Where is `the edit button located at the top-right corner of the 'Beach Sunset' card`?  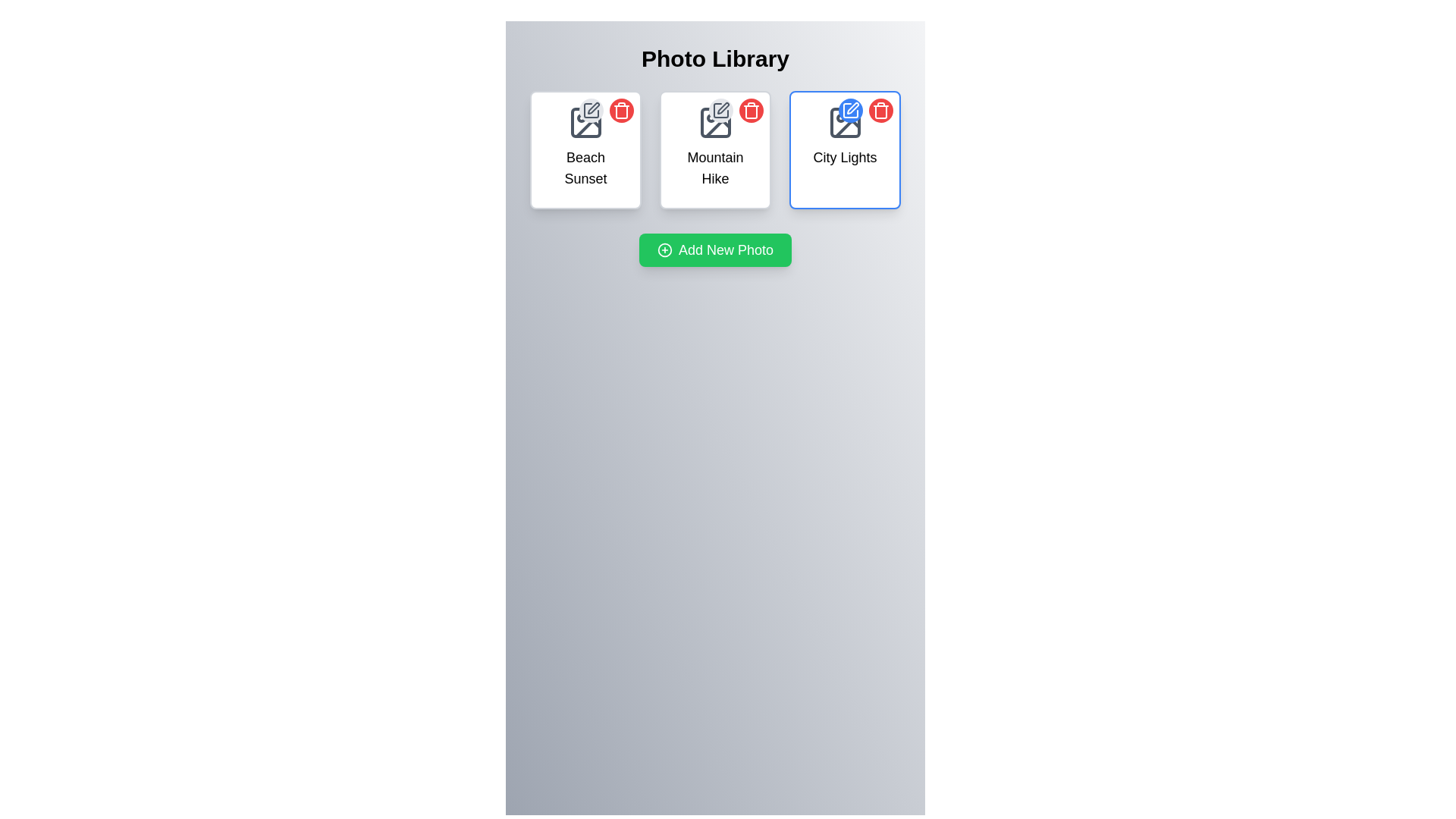 the edit button located at the top-right corner of the 'Beach Sunset' card is located at coordinates (590, 110).